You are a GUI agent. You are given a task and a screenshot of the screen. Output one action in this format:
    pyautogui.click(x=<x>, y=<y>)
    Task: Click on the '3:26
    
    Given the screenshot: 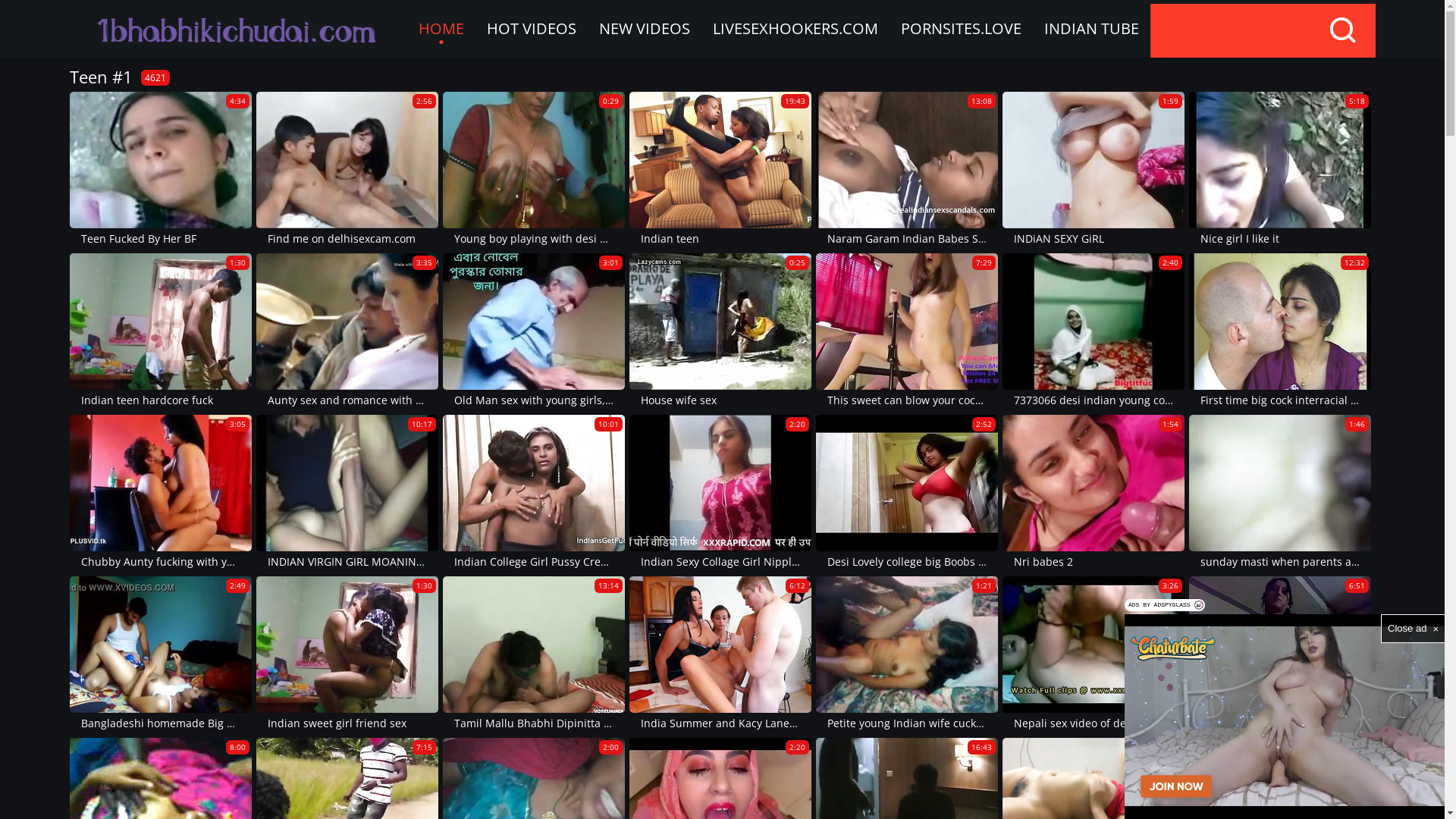 What is the action you would take?
    pyautogui.click(x=1093, y=654)
    